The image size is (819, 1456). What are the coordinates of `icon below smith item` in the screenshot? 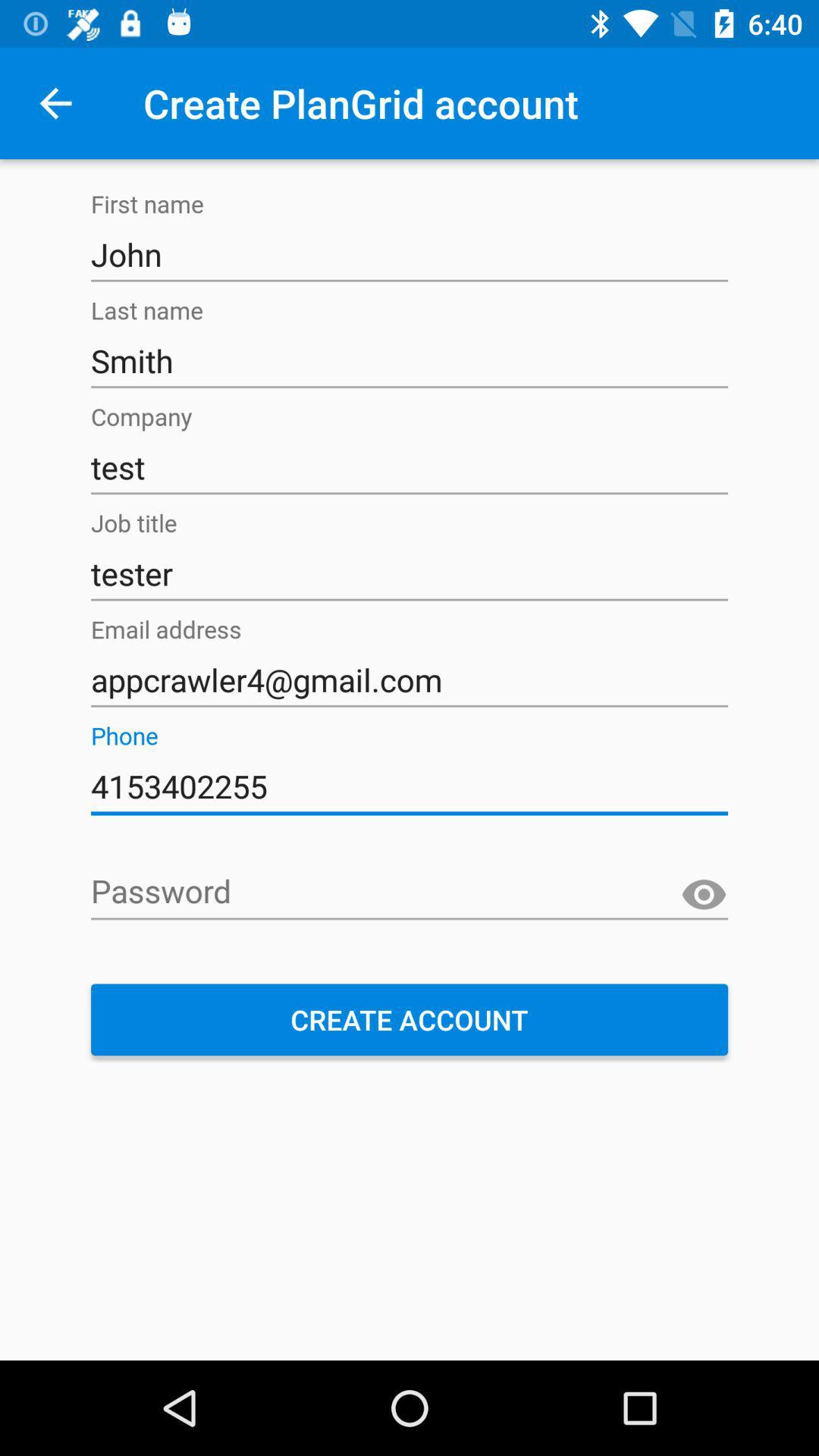 It's located at (409, 466).